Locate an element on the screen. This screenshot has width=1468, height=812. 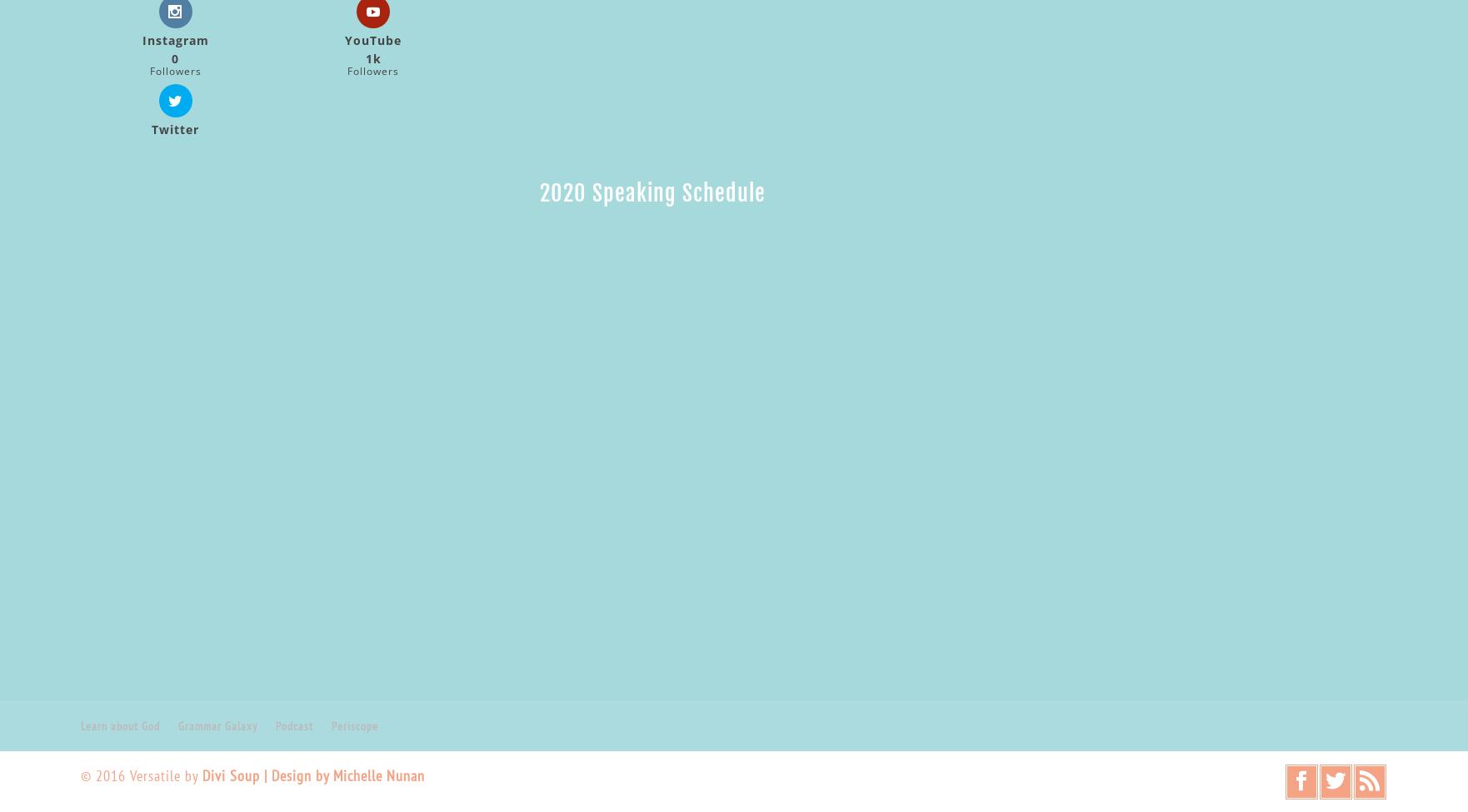
'Podcast' is located at coordinates (293, 725).